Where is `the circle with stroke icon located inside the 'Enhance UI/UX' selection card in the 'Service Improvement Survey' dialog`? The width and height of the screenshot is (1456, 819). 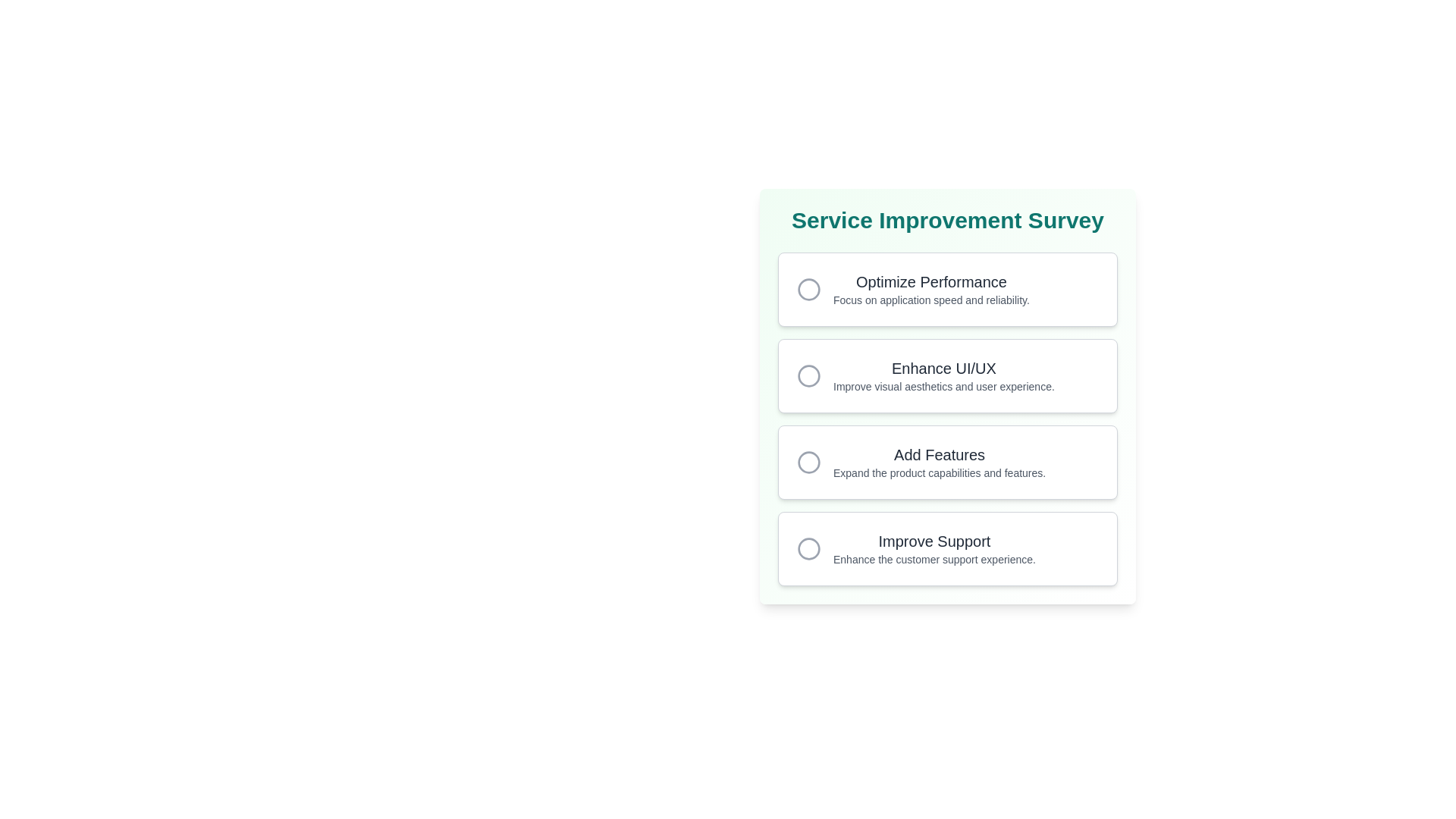
the circle with stroke icon located inside the 'Enhance UI/UX' selection card in the 'Service Improvement Survey' dialog is located at coordinates (808, 375).